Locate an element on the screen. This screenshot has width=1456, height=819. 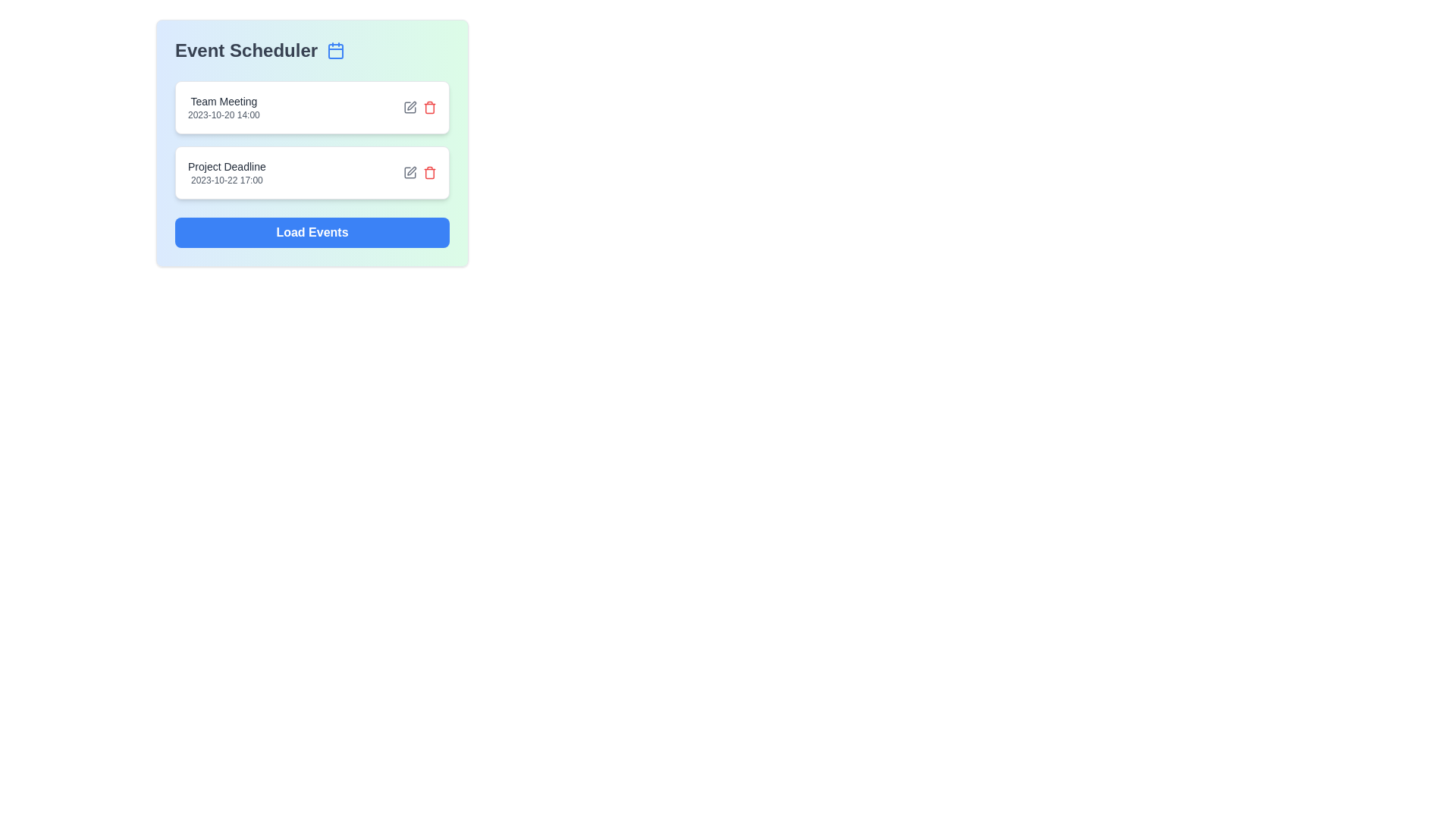
the displayed date and time in the text label located below the 'Project Deadline' heading, which indicates a schedule or deadline is located at coordinates (226, 180).